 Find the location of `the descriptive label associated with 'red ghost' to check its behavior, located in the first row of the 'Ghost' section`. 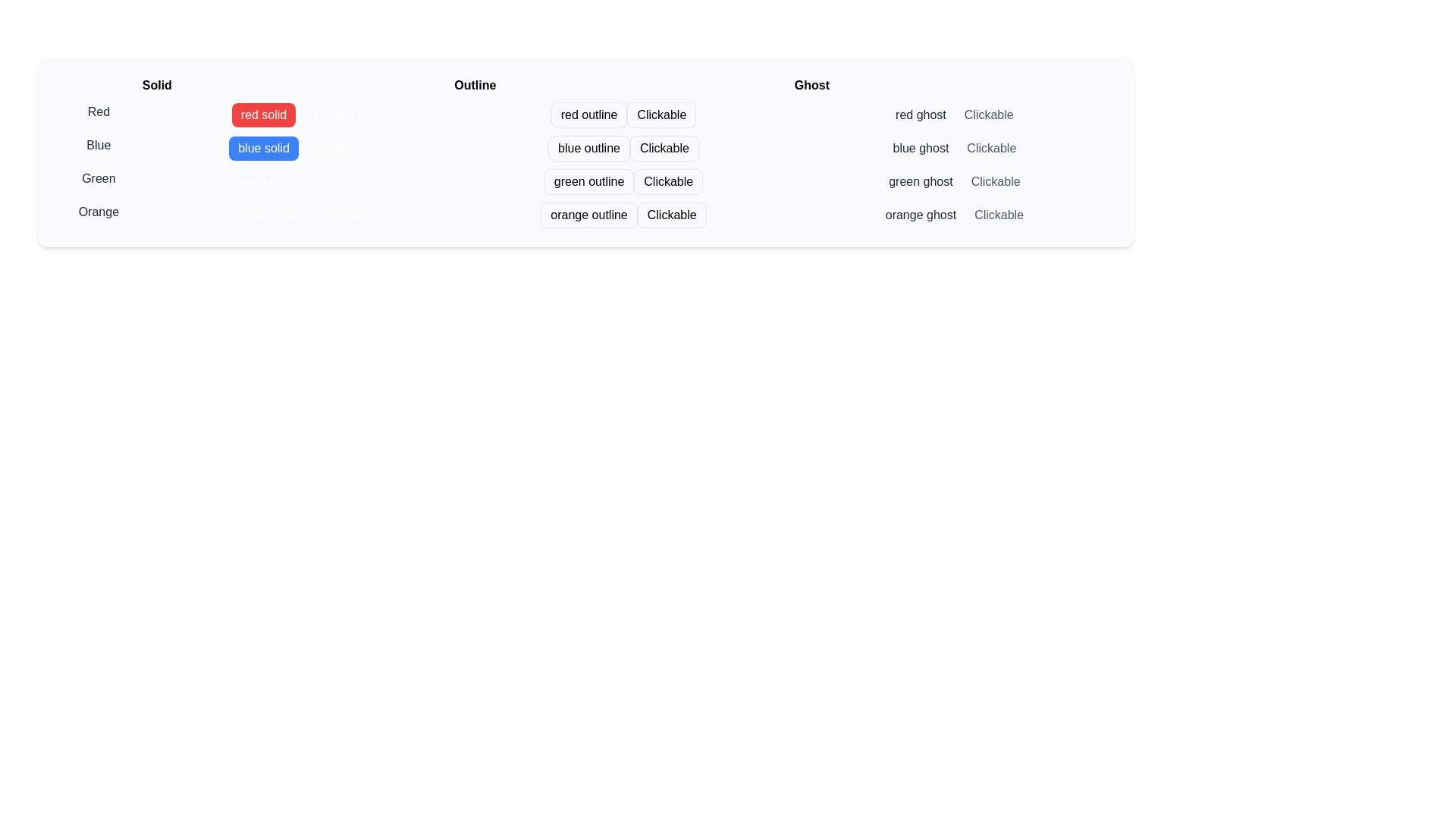

the descriptive label associated with 'red ghost' to check its behavior, located in the first row of the 'Ghost' section is located at coordinates (989, 114).